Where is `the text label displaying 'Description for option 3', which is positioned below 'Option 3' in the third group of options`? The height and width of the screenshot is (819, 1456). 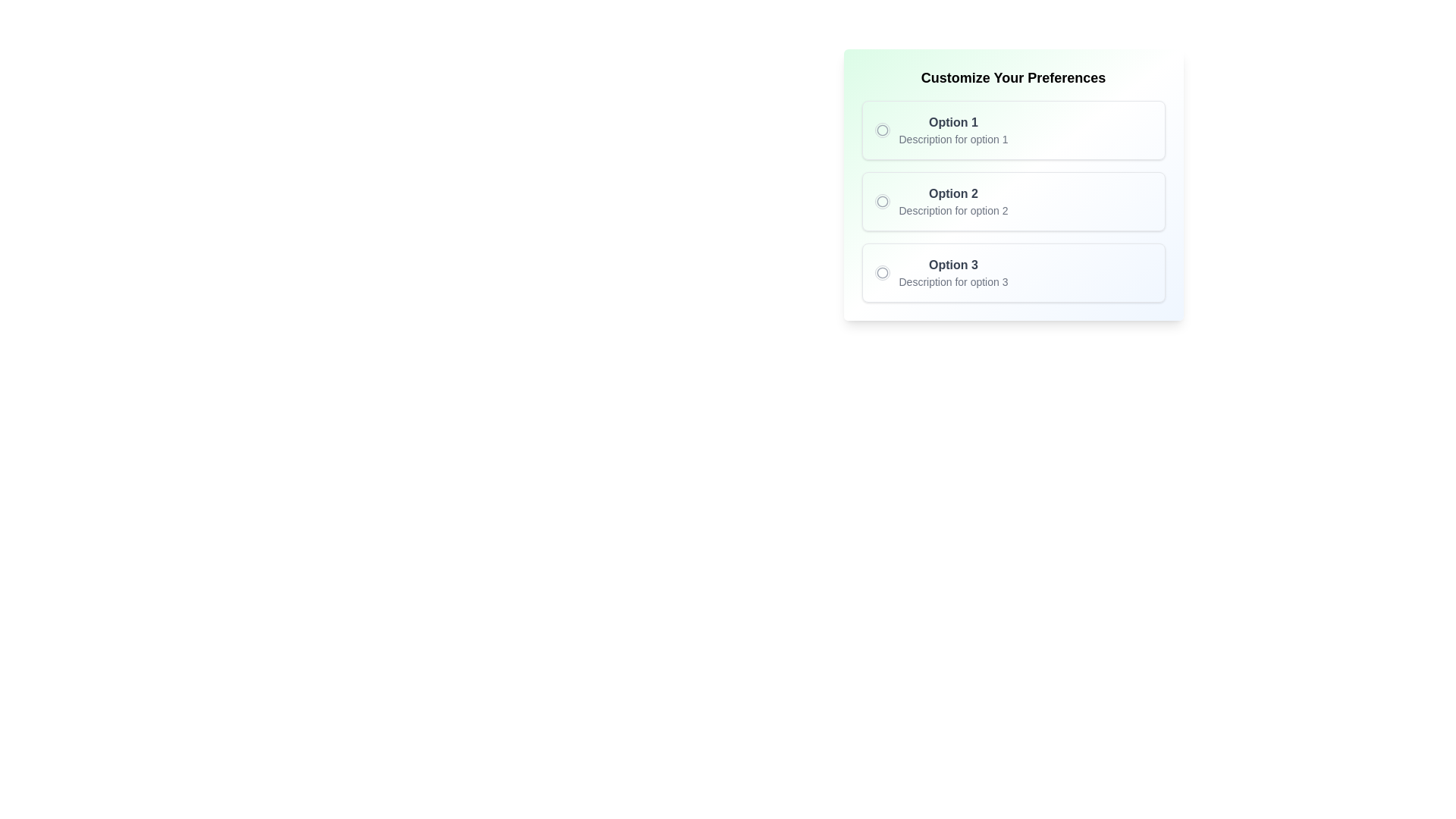
the text label displaying 'Description for option 3', which is positioned below 'Option 3' in the third group of options is located at coordinates (952, 281).